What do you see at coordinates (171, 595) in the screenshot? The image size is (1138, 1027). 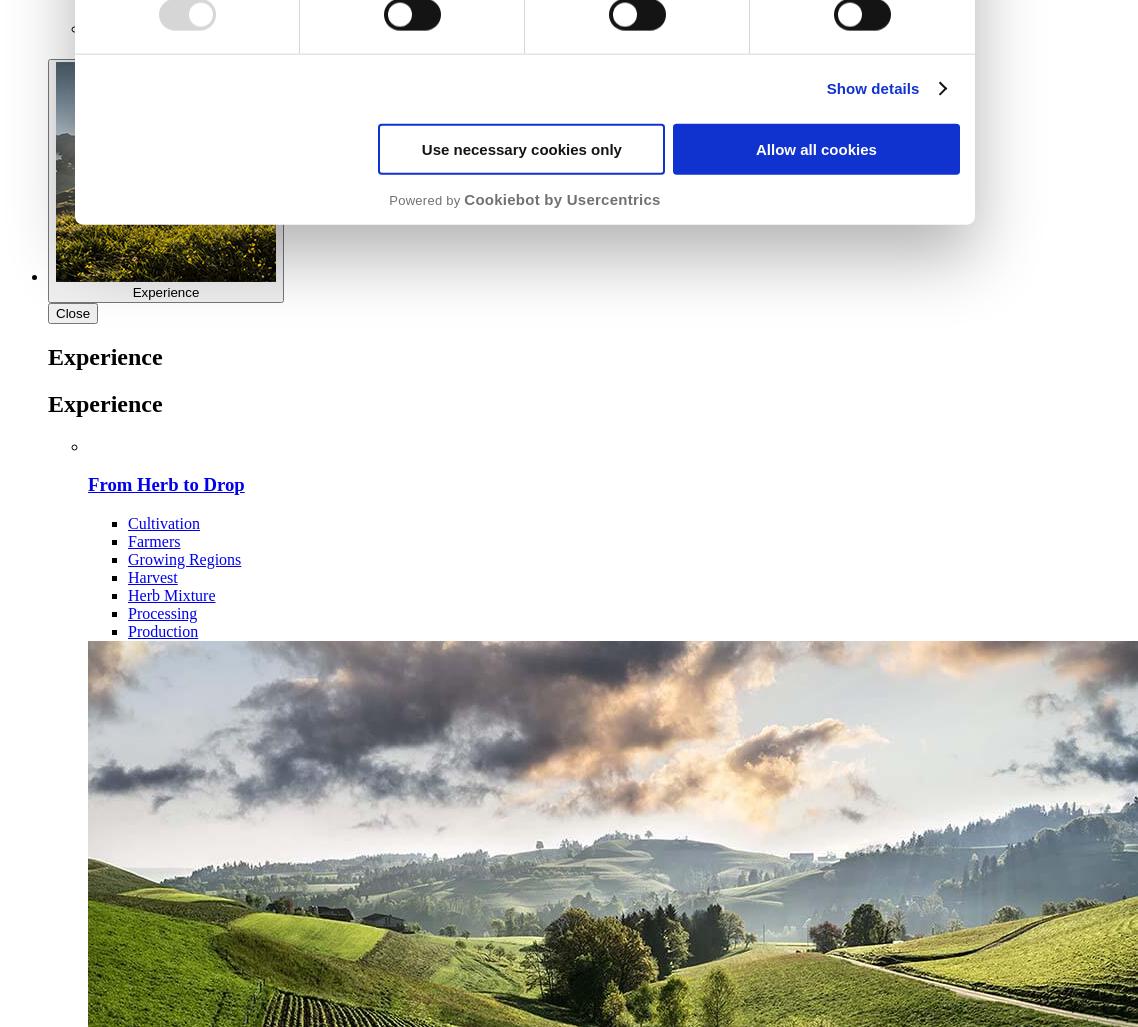 I see `'Herb Mixture'` at bounding box center [171, 595].